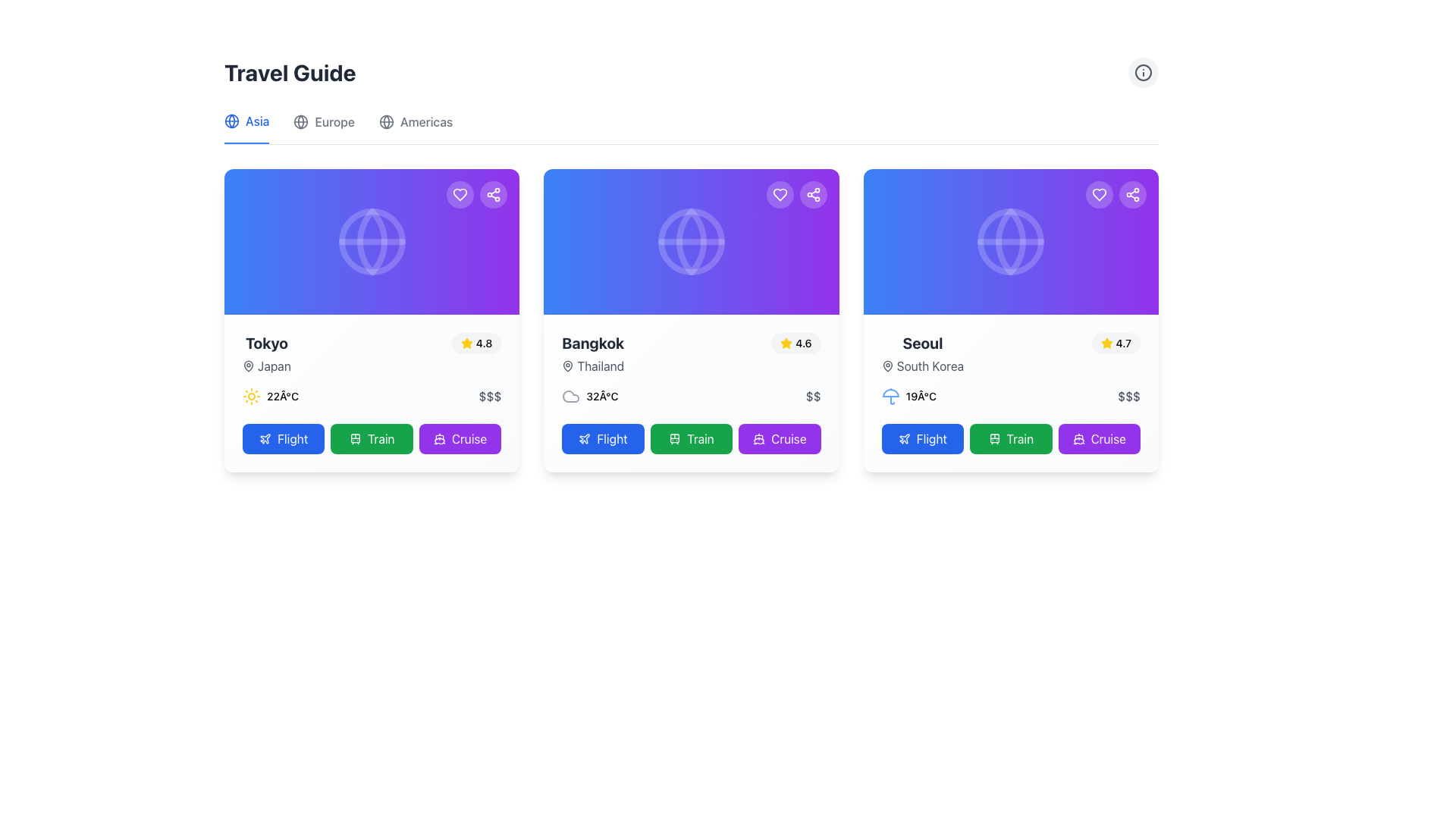 Image resolution: width=1456 pixels, height=819 pixels. What do you see at coordinates (270, 396) in the screenshot?
I see `the temperature display text for the city Tokyo, which is located beneath the city name and country in the card layout, accompanied by a weather-related icon` at bounding box center [270, 396].